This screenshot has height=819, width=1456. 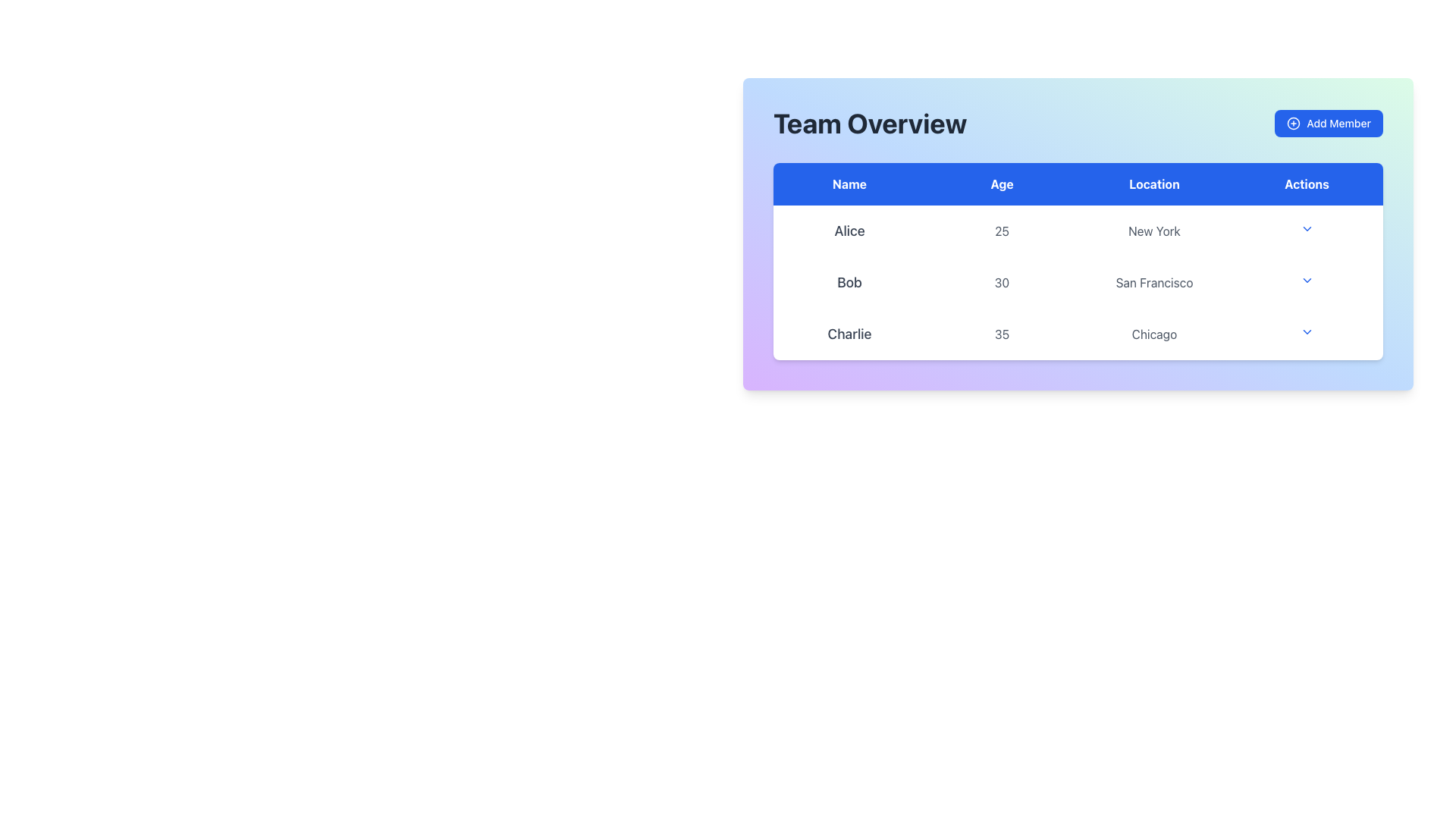 I want to click on the circular plus icon adjacent to the 'Add Member' text on the blue rounded button located in the top-right corner of the interface, so click(x=1293, y=122).